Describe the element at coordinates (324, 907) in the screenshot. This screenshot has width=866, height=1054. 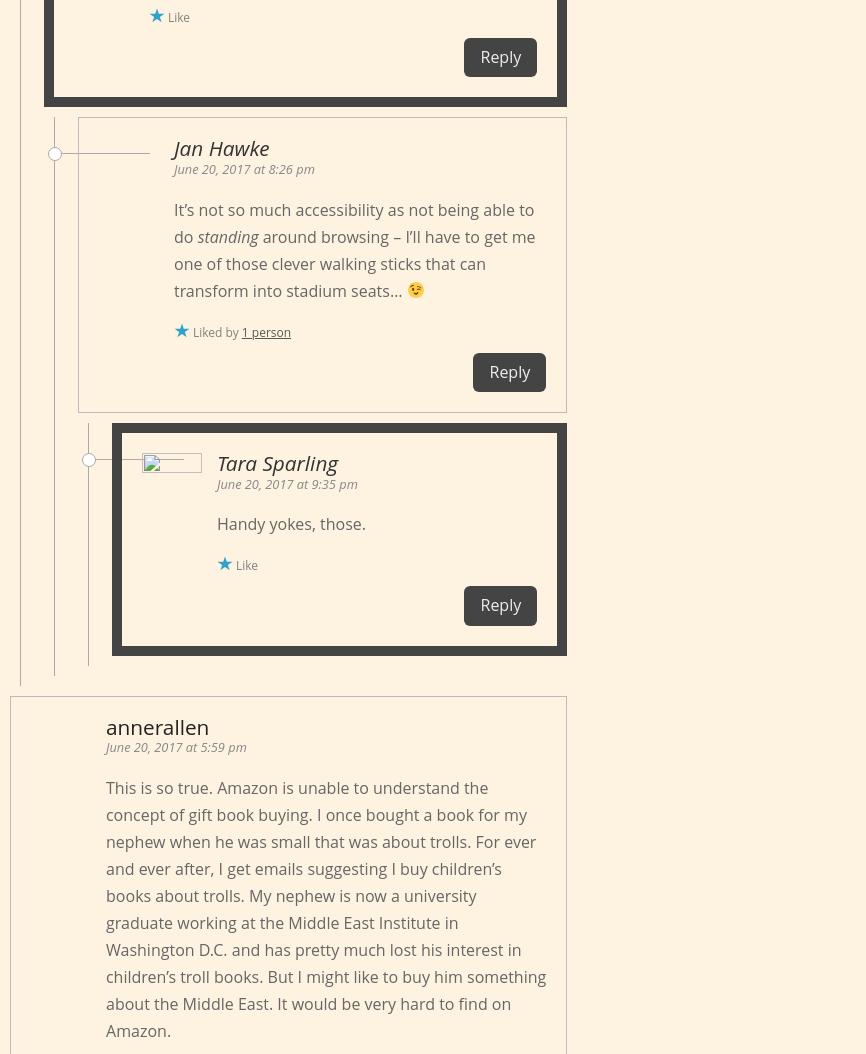
I see `'This is so true. Amazon is unable to understand the concept of gift book buying. I once bought a book for my nephew when he was small that was about trolls. For ever and ever after, I get emails suggesting I buy children’s books about trolls. My nephew is now a university graduate working at the Middle East Institute in Washington D.C. and has pretty much lost his interest in children’s troll books. But I might like to buy him something about the Middle East. It would be very hard to find on Amazon.'` at that location.